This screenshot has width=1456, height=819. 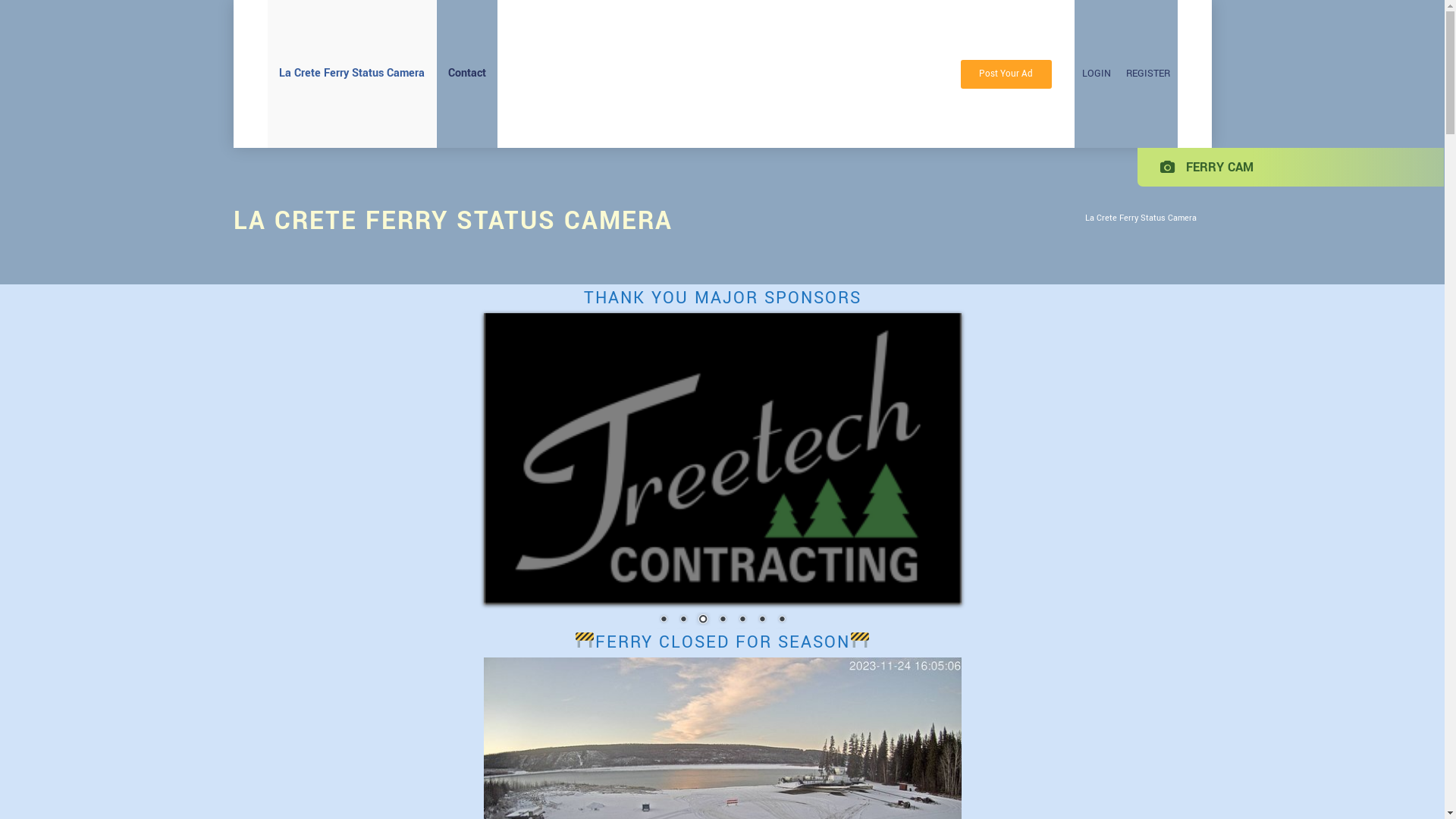 What do you see at coordinates (663, 620) in the screenshot?
I see `'1'` at bounding box center [663, 620].